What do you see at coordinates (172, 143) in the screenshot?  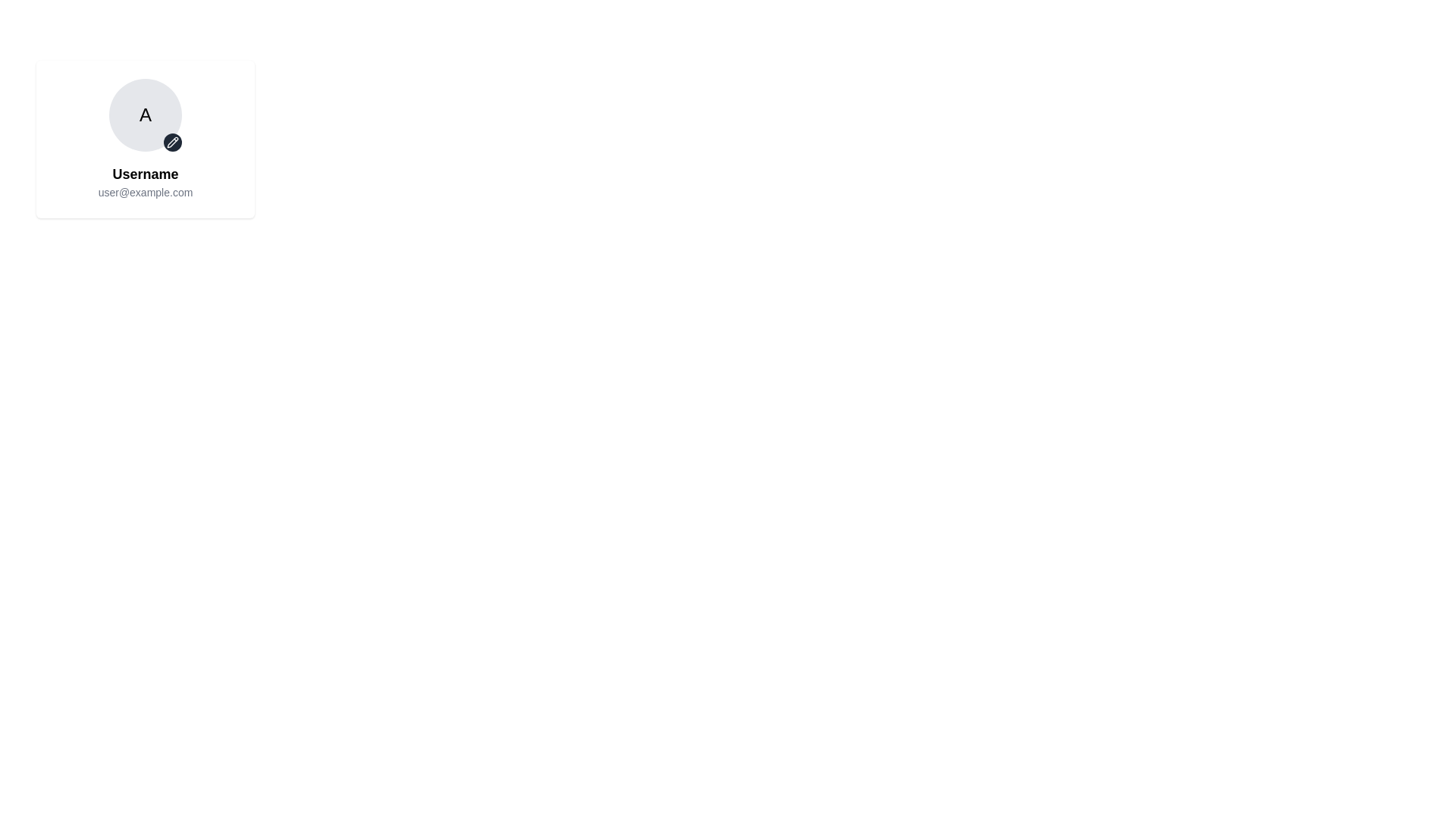 I see `the edit icon button located in the bottom-right corner of the profile card` at bounding box center [172, 143].